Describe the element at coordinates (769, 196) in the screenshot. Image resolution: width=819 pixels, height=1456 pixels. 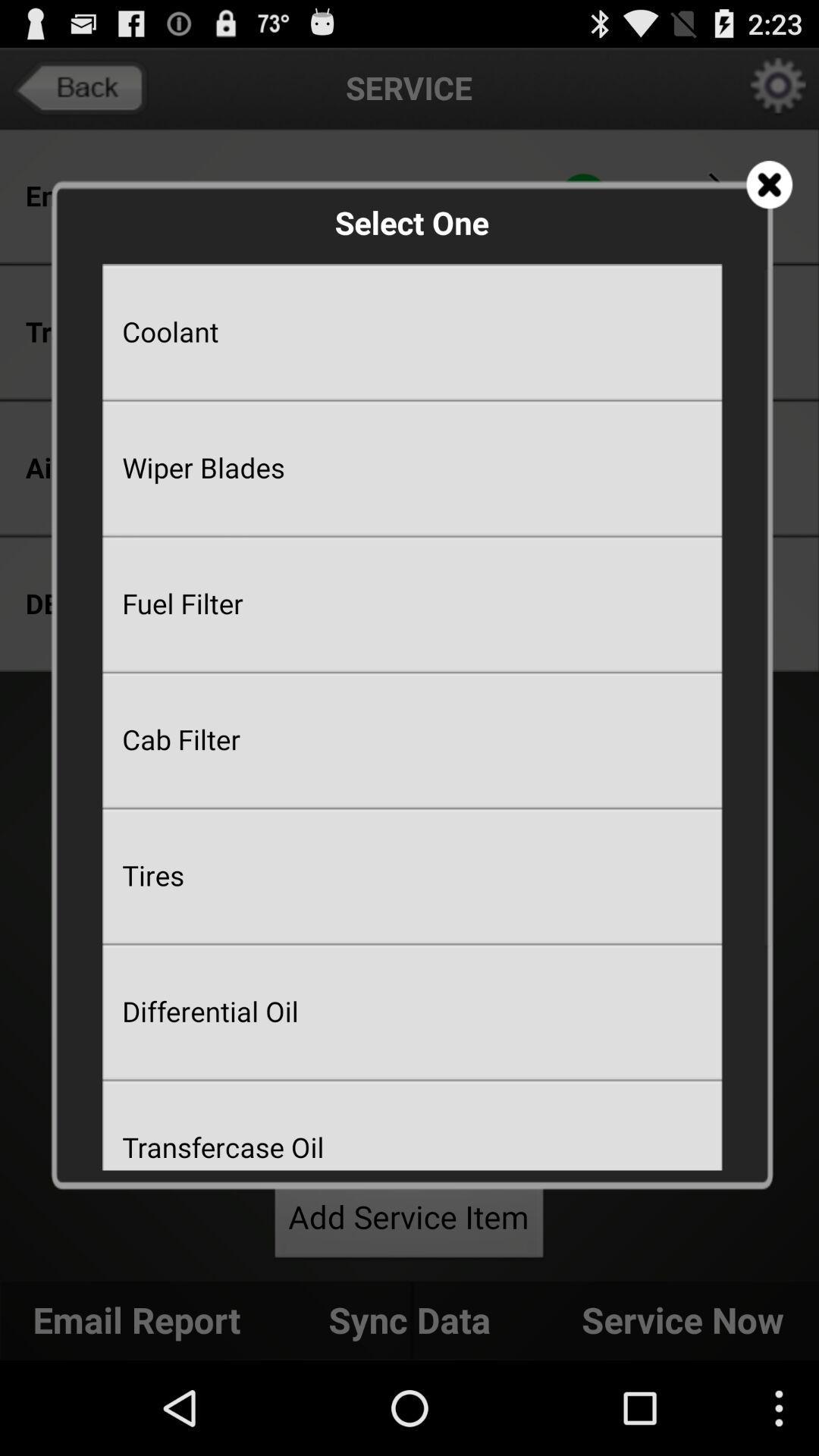
I see `the close icon` at that location.